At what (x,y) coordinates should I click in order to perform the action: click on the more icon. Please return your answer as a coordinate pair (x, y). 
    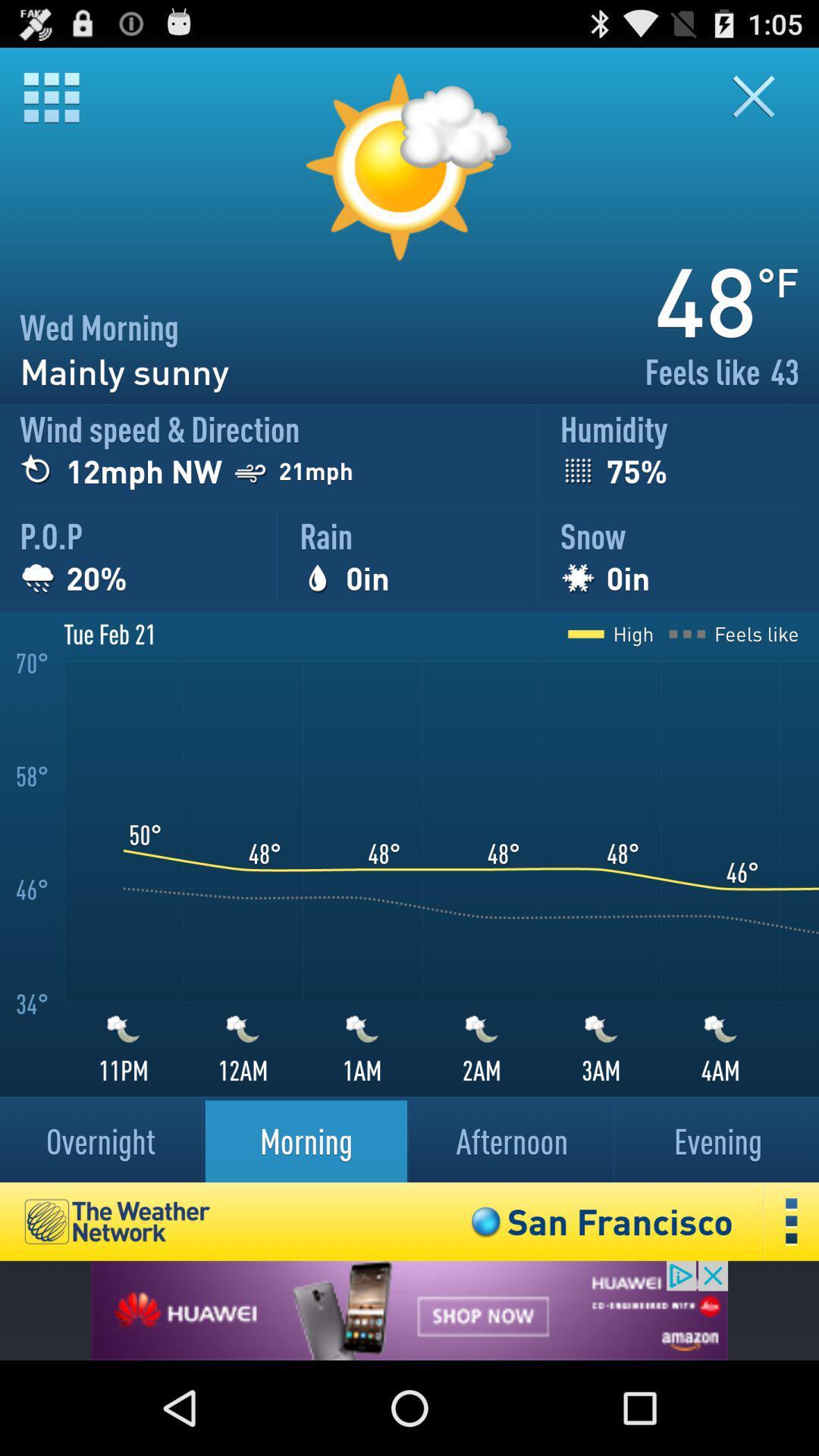
    Looking at the image, I should click on (791, 1307).